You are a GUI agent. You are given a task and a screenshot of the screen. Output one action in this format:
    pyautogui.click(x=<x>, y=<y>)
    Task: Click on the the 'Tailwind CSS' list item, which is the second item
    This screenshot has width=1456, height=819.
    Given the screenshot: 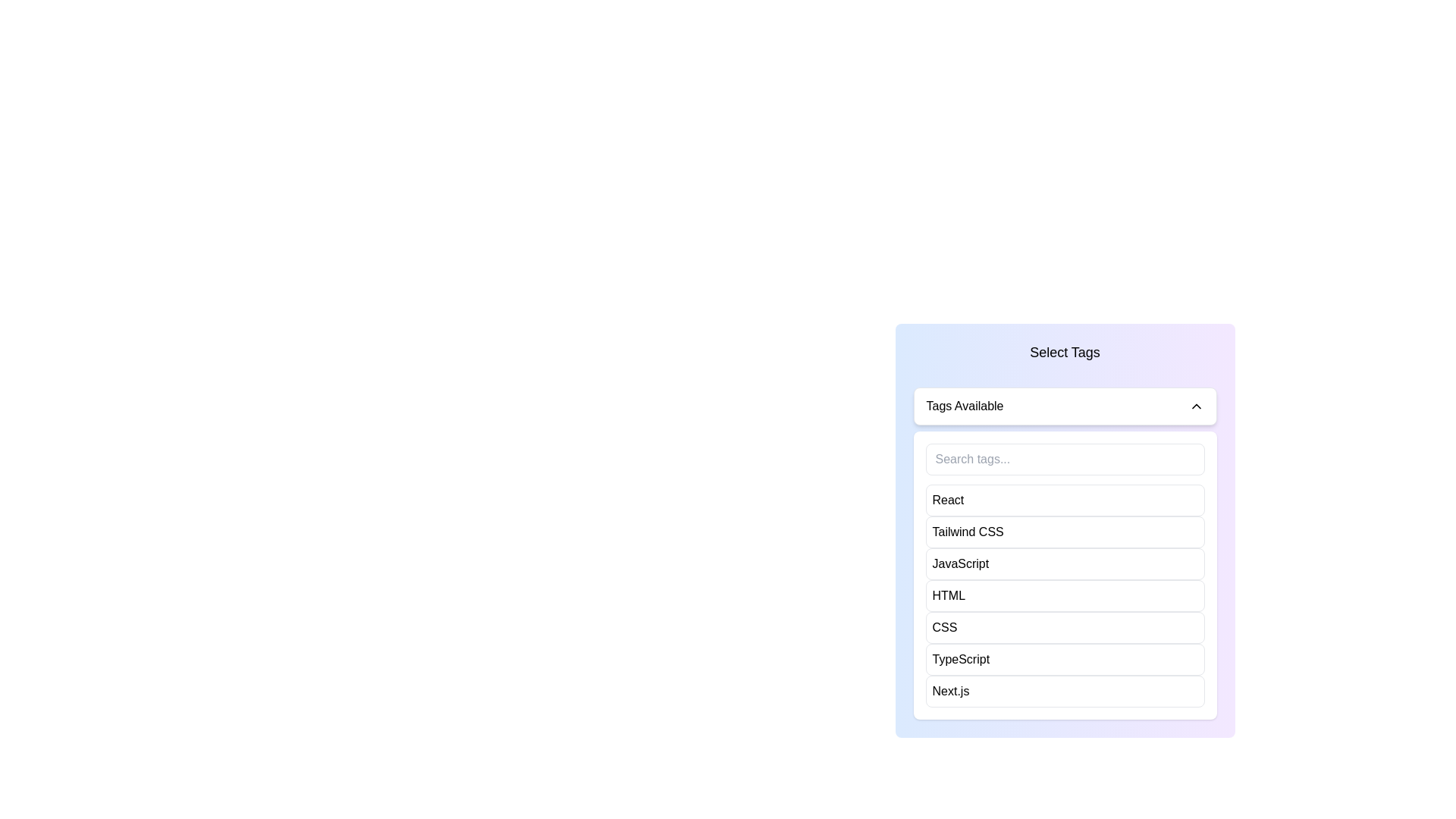 What is the action you would take?
    pyautogui.click(x=1064, y=532)
    